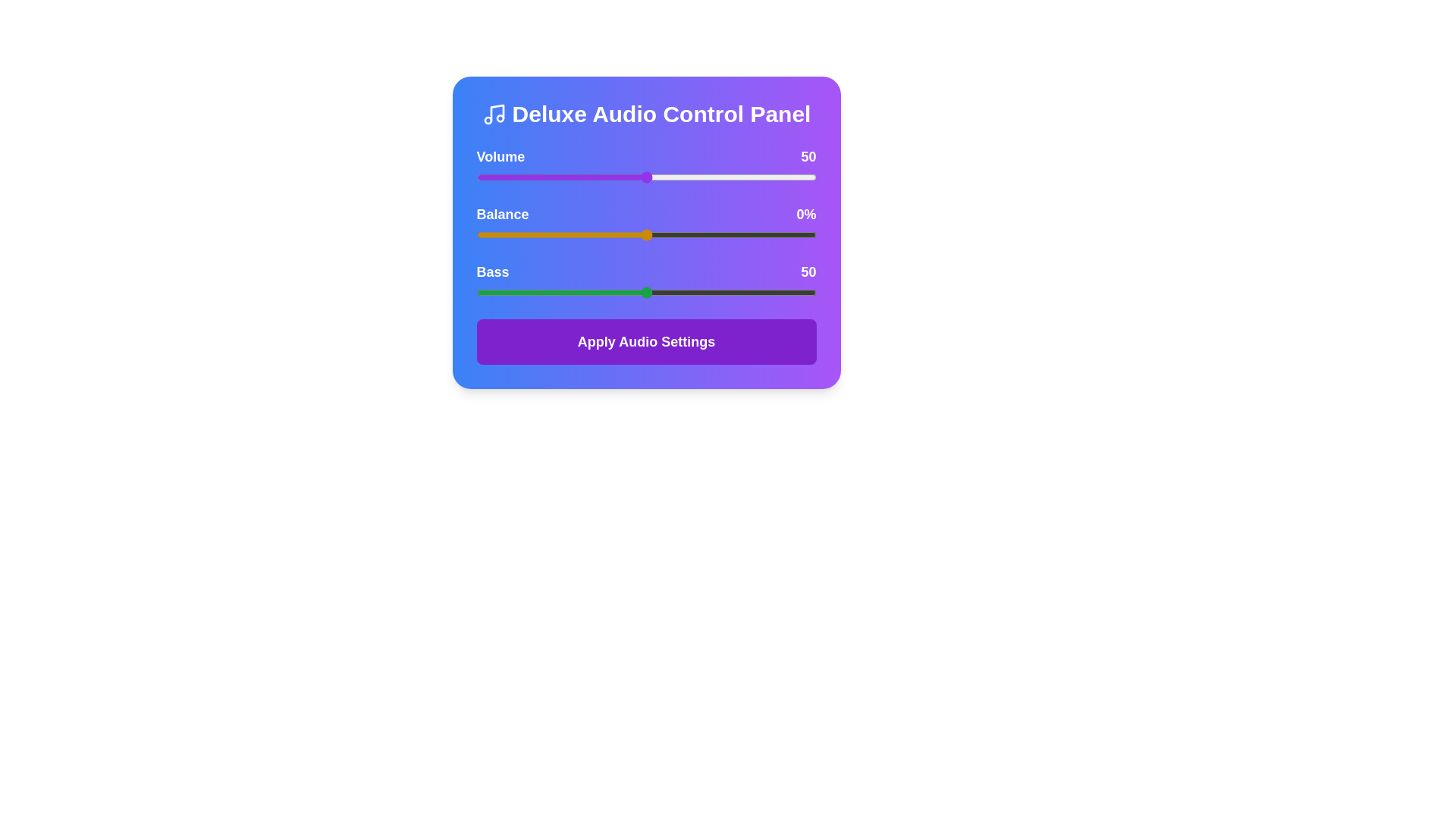  I want to click on the musical note icon representing the audio settings in the header section of the 'Deluxe Audio Control Panel', so click(494, 113).